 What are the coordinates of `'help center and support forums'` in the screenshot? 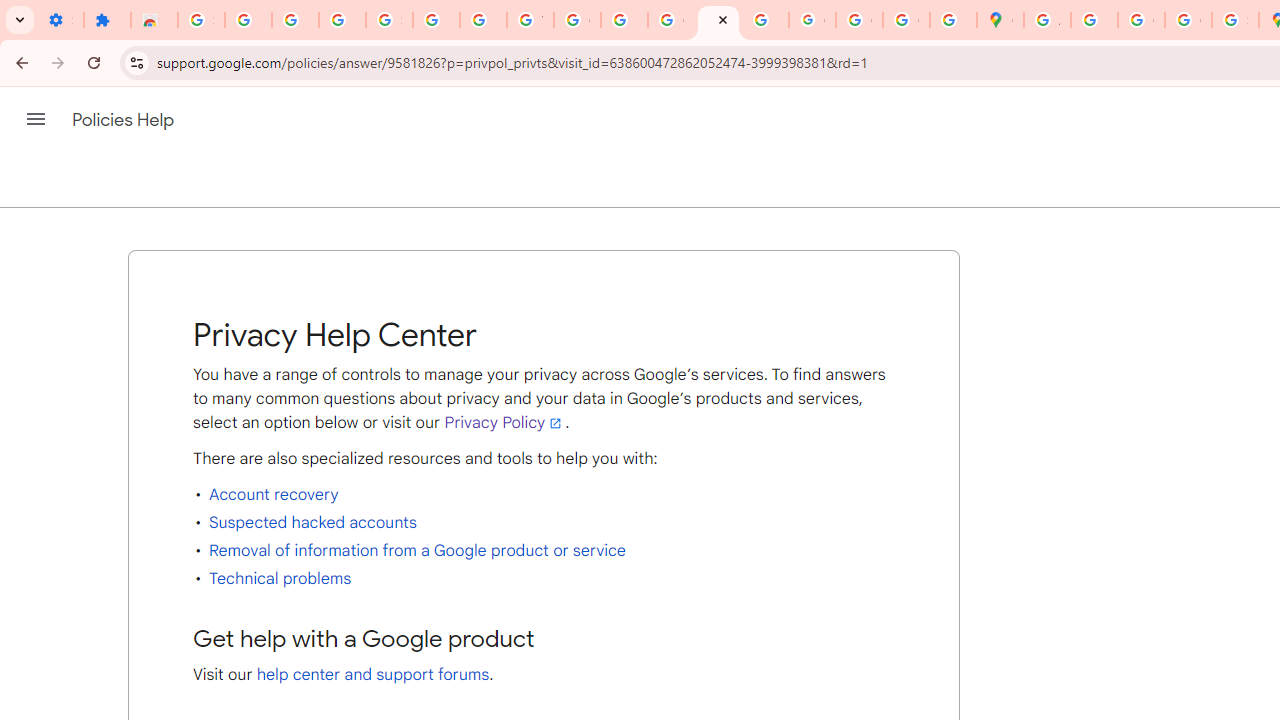 It's located at (373, 675).